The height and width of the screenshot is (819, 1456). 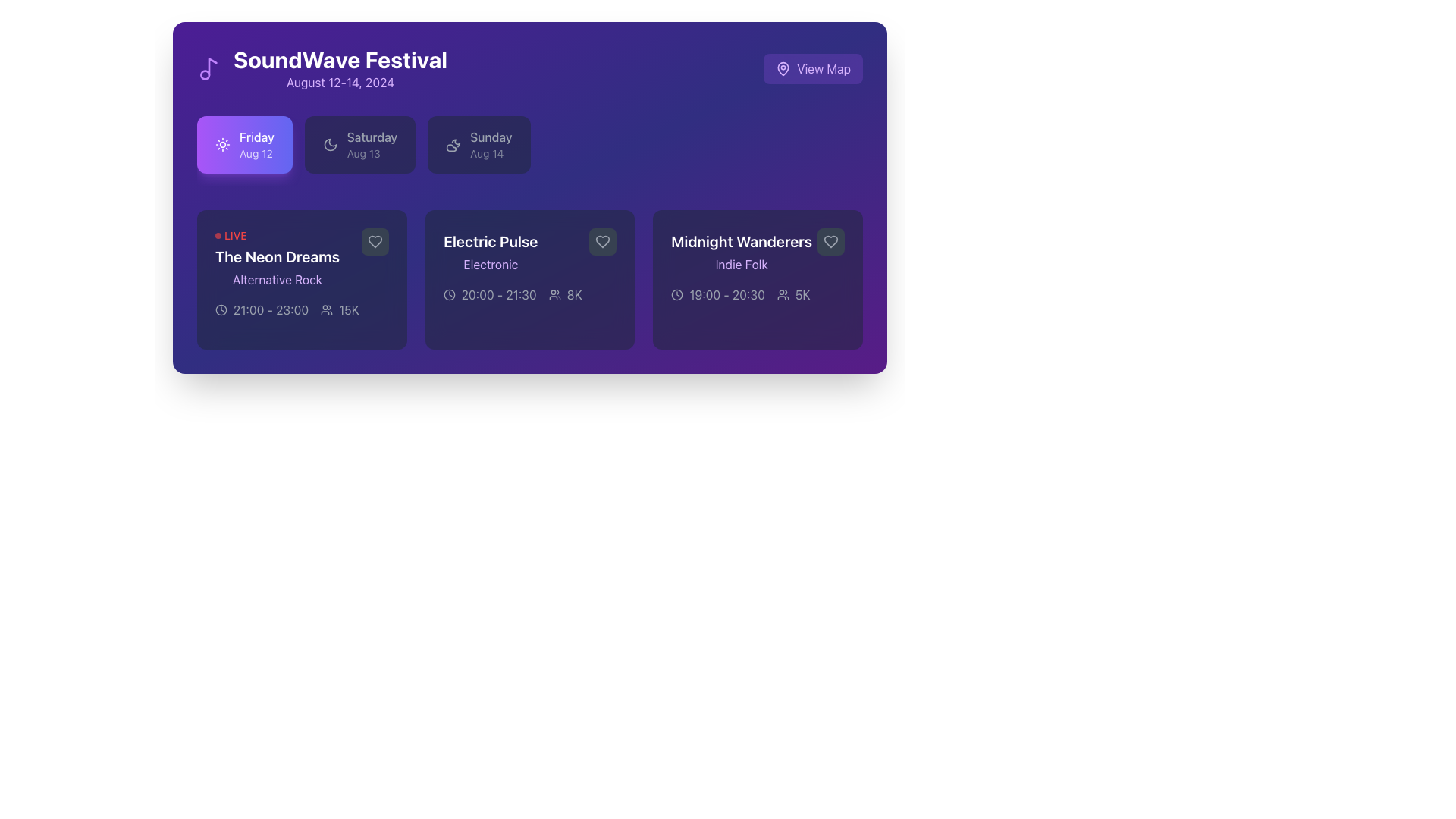 What do you see at coordinates (676, 295) in the screenshot?
I see `the circular clock icon located to the left of the '19:00 - 20:30' label within the 'Midnight Wanderers' card` at bounding box center [676, 295].